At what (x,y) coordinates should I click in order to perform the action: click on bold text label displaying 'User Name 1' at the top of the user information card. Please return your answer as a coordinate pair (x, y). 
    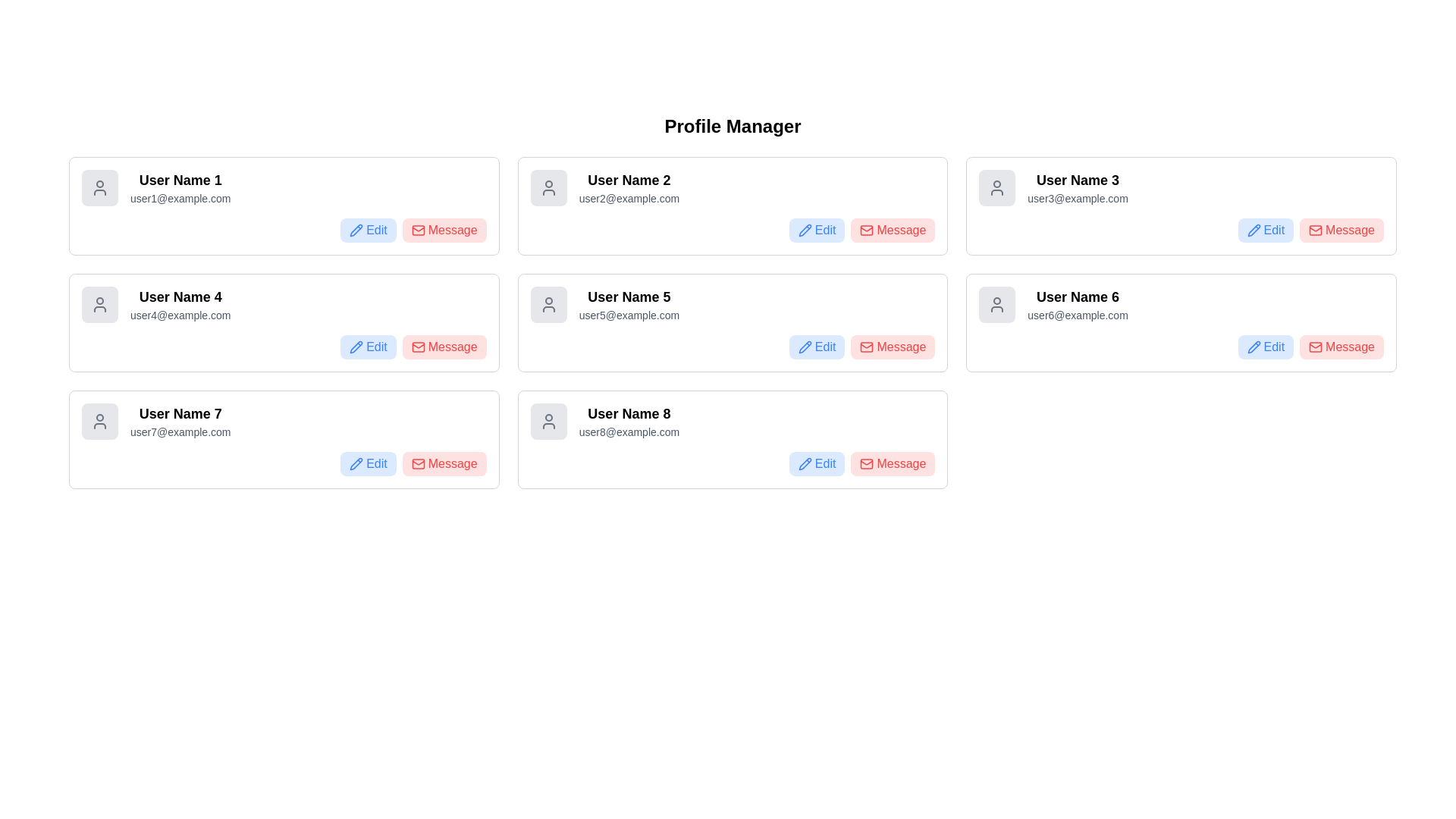
    Looking at the image, I should click on (180, 180).